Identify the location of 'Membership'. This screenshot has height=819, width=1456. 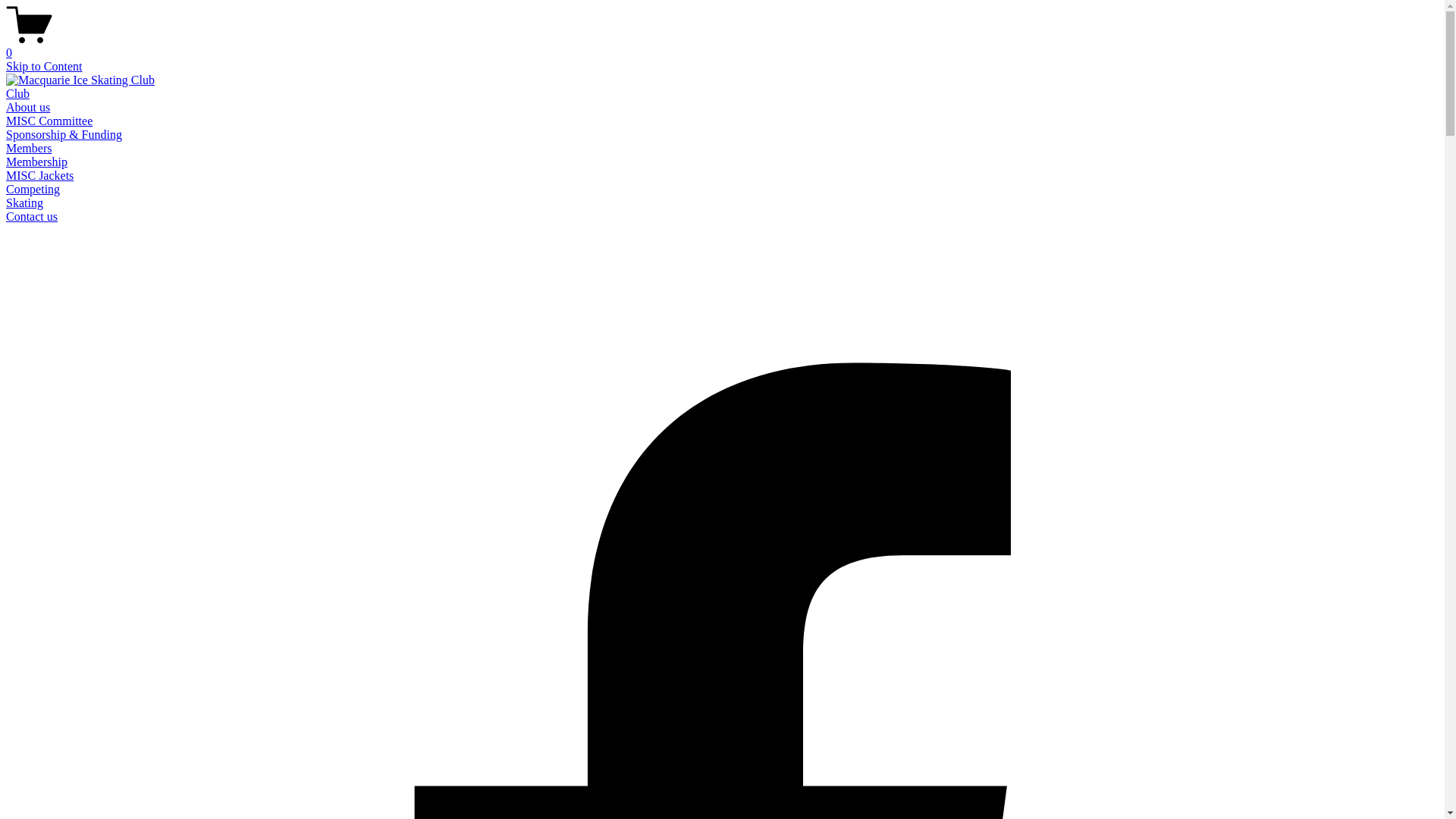
(36, 162).